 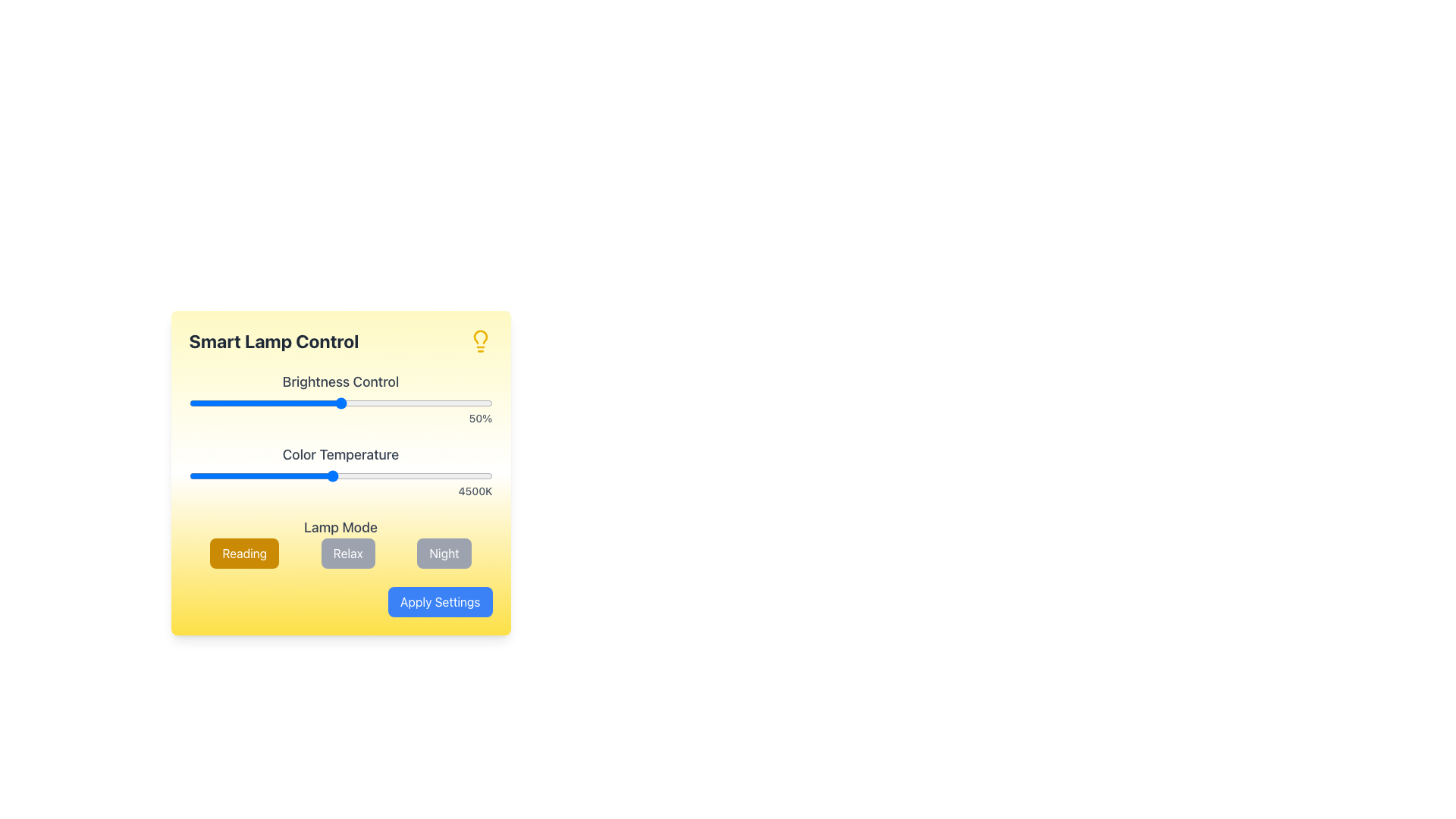 I want to click on the color temperature, so click(x=189, y=475).